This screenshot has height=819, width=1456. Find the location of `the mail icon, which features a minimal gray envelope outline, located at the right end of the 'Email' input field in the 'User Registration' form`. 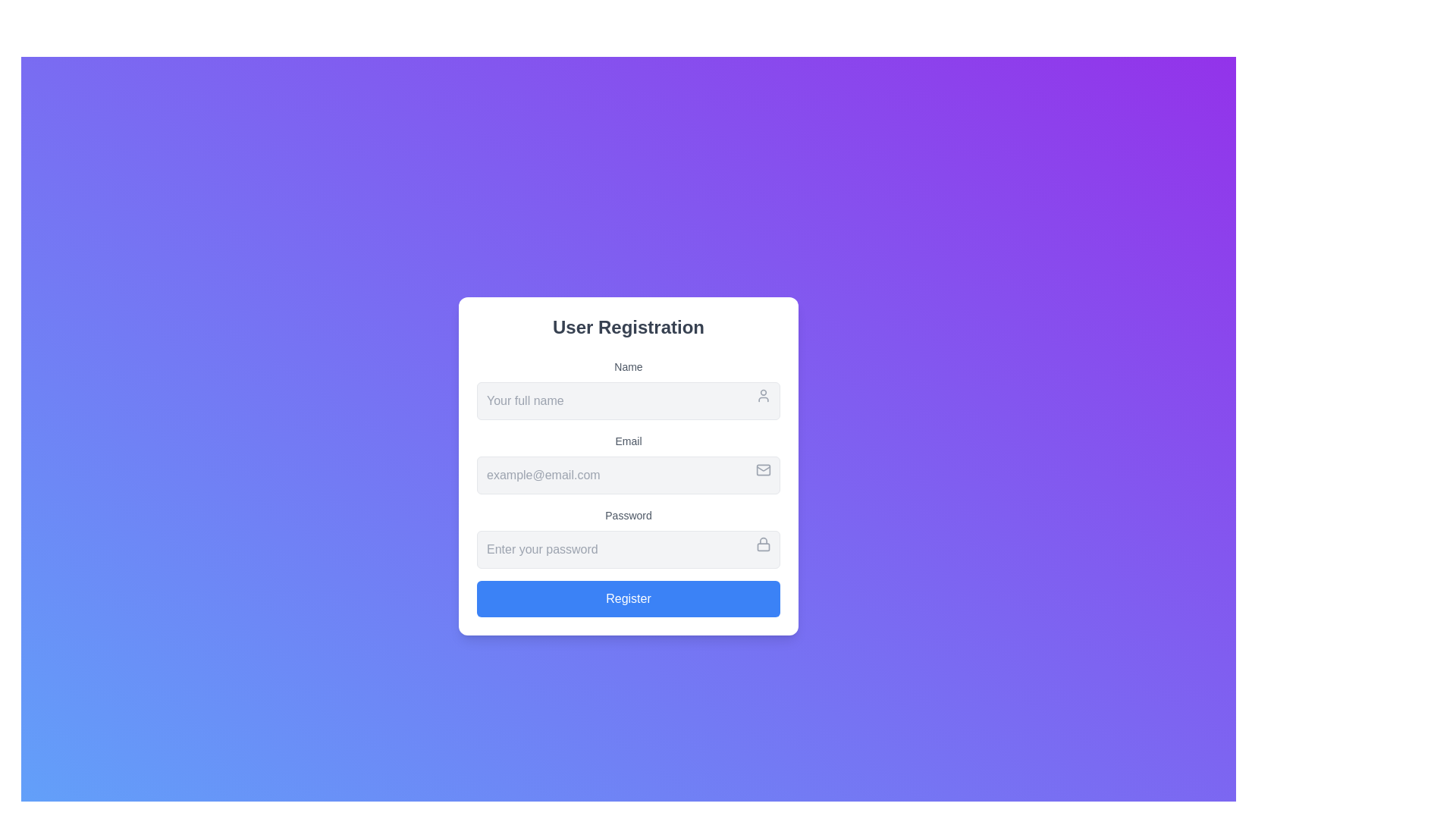

the mail icon, which features a minimal gray envelope outline, located at the right end of the 'Email' input field in the 'User Registration' form is located at coordinates (764, 469).